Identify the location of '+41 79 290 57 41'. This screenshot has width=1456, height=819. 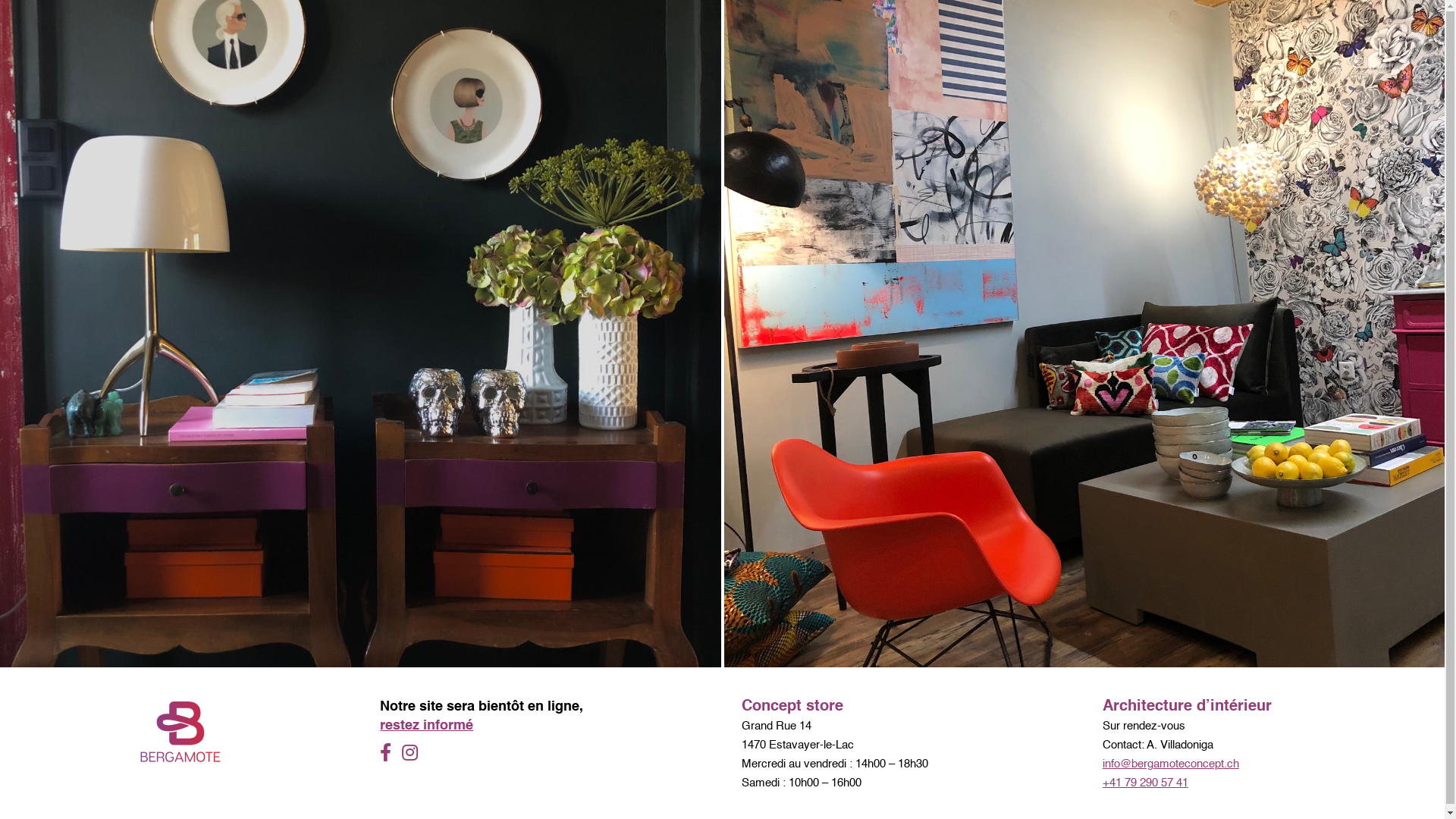
(1145, 783).